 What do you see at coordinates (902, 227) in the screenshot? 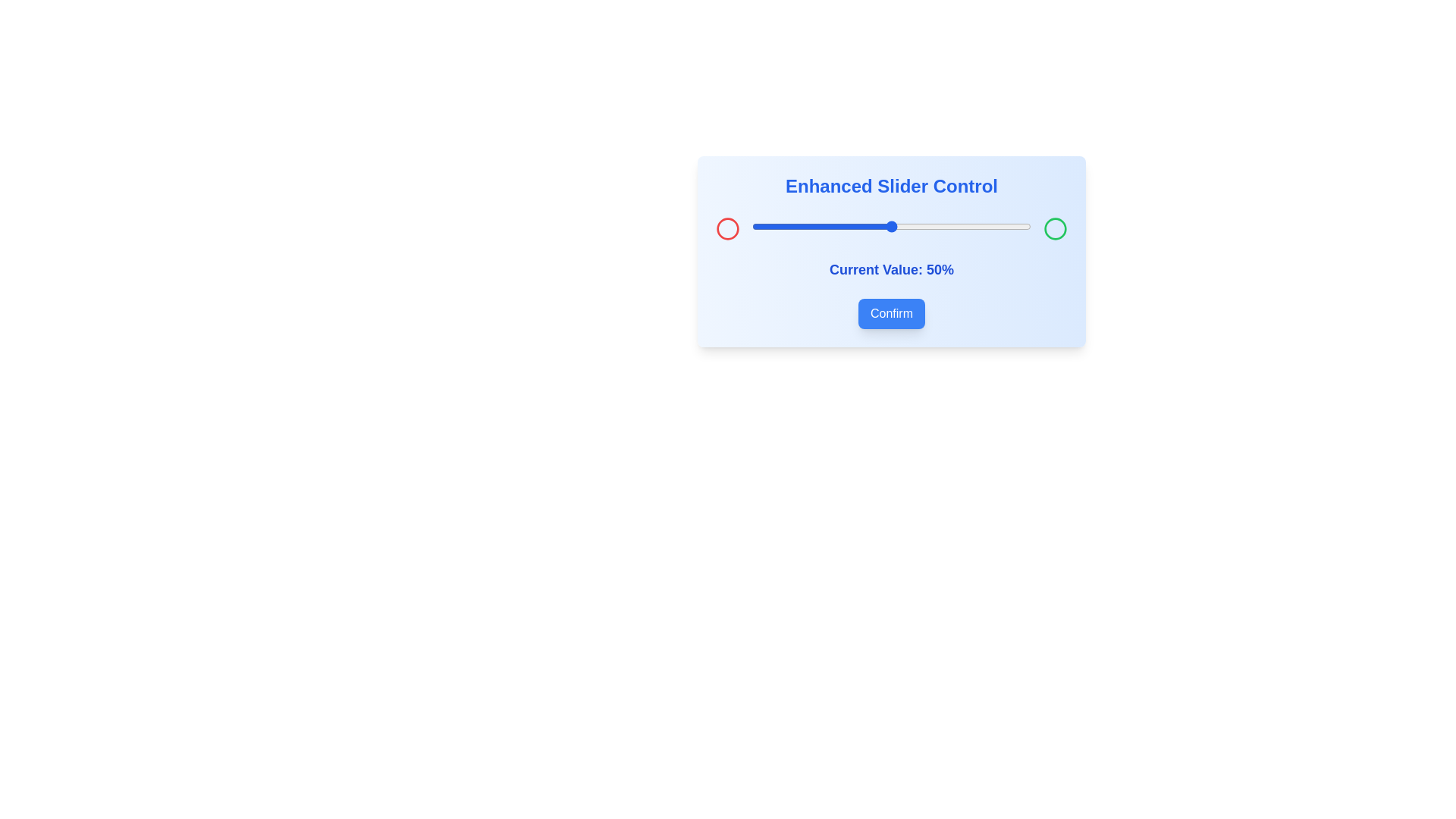
I see `the slider` at bounding box center [902, 227].